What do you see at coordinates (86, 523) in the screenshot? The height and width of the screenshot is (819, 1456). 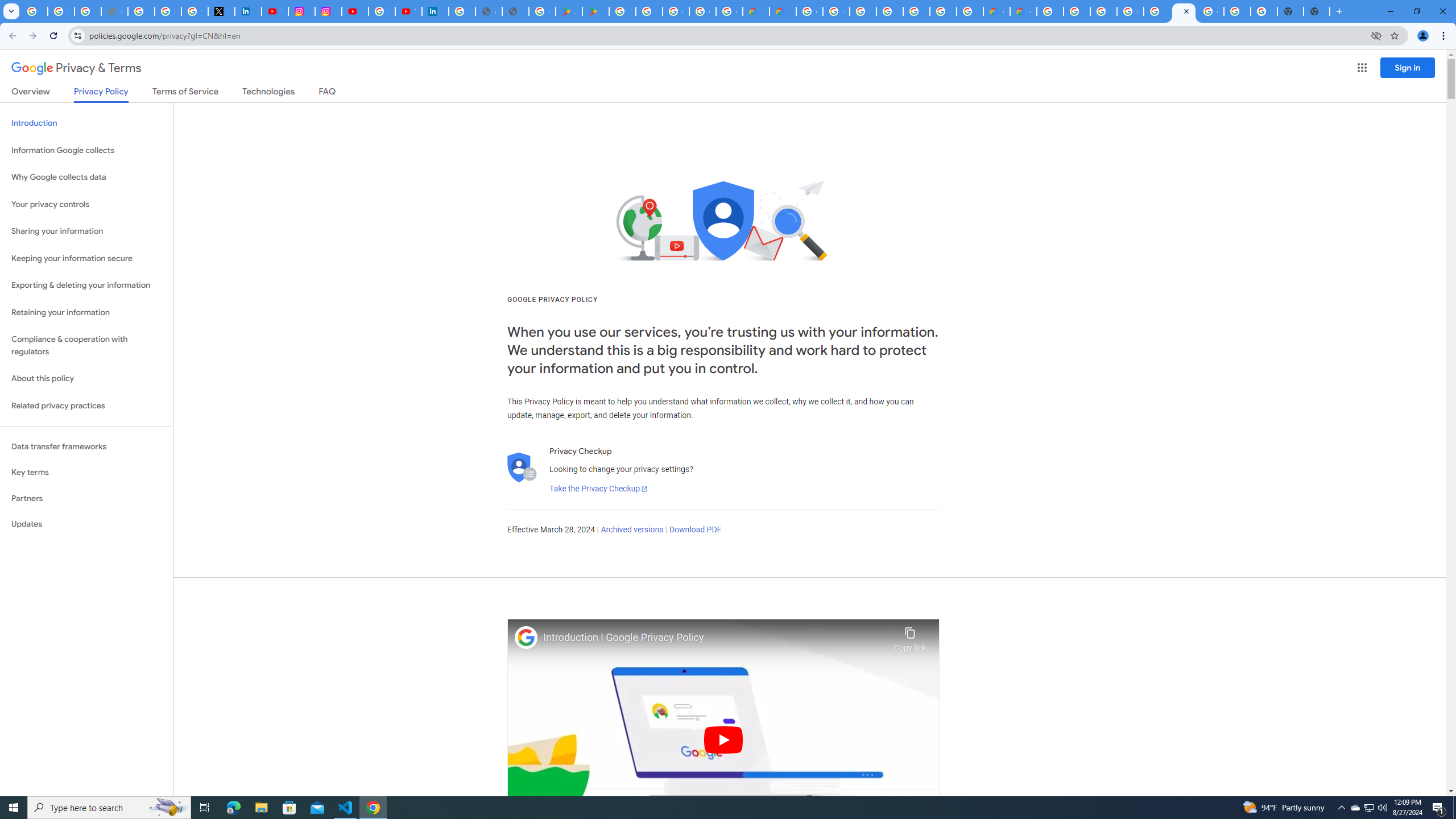 I see `'Updates'` at bounding box center [86, 523].